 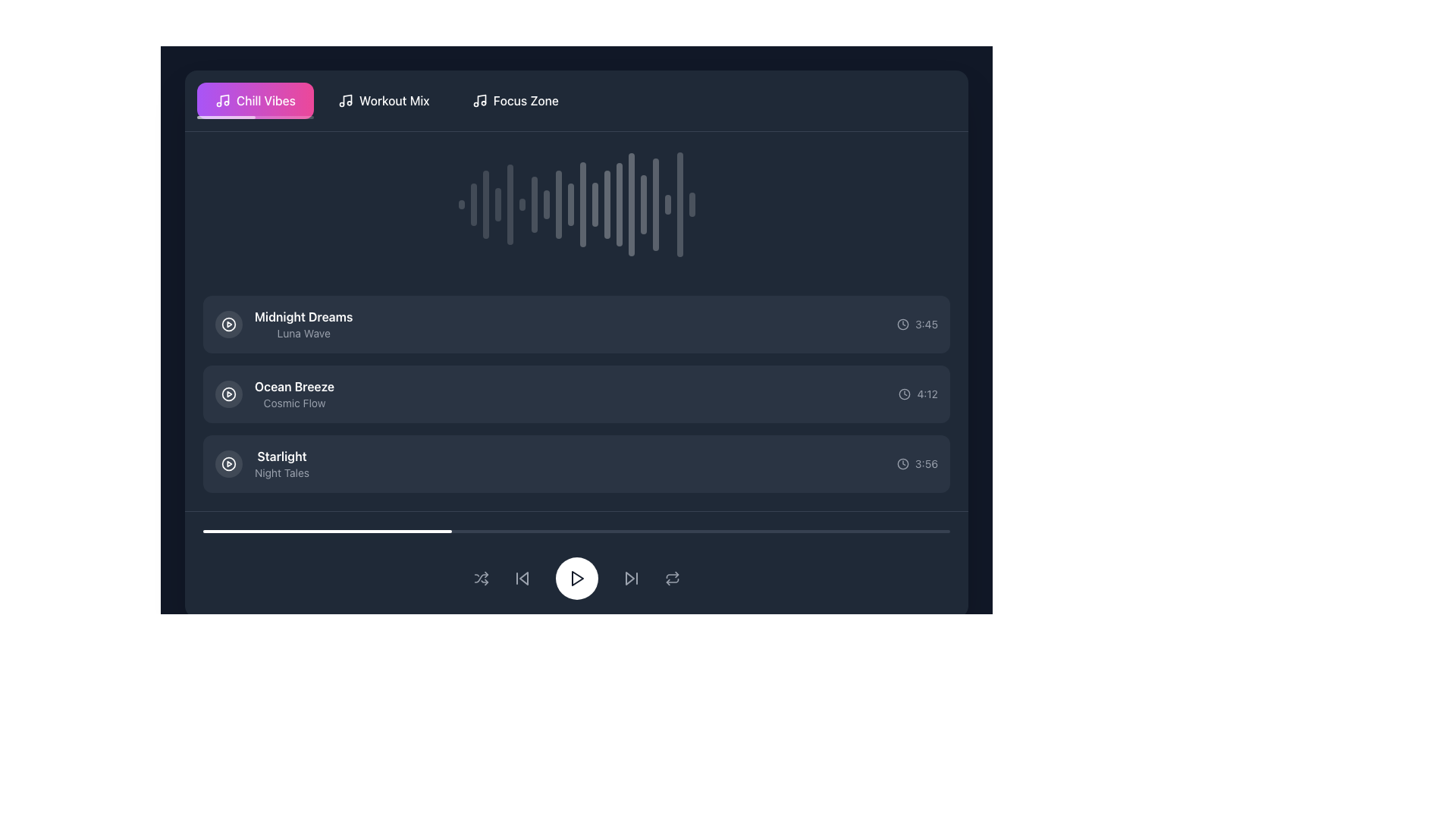 I want to click on the static text label displaying the duration '3:56', which is located in the bottom-right corner of the 'Starlight' list, so click(x=925, y=463).